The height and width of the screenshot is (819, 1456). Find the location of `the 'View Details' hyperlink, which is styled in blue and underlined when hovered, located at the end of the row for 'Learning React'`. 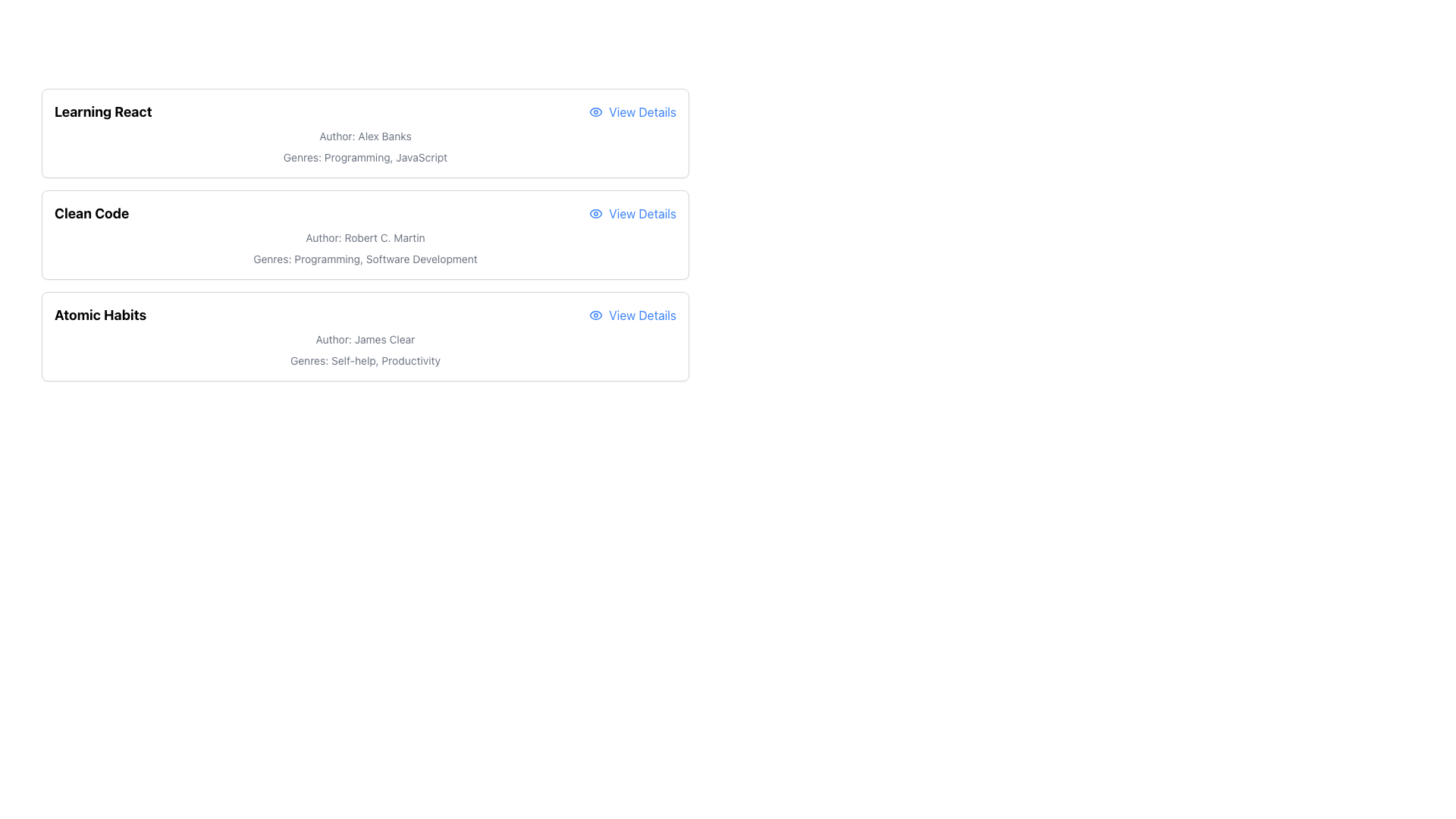

the 'View Details' hyperlink, which is styled in blue and underlined when hovered, located at the end of the row for 'Learning React' is located at coordinates (632, 111).